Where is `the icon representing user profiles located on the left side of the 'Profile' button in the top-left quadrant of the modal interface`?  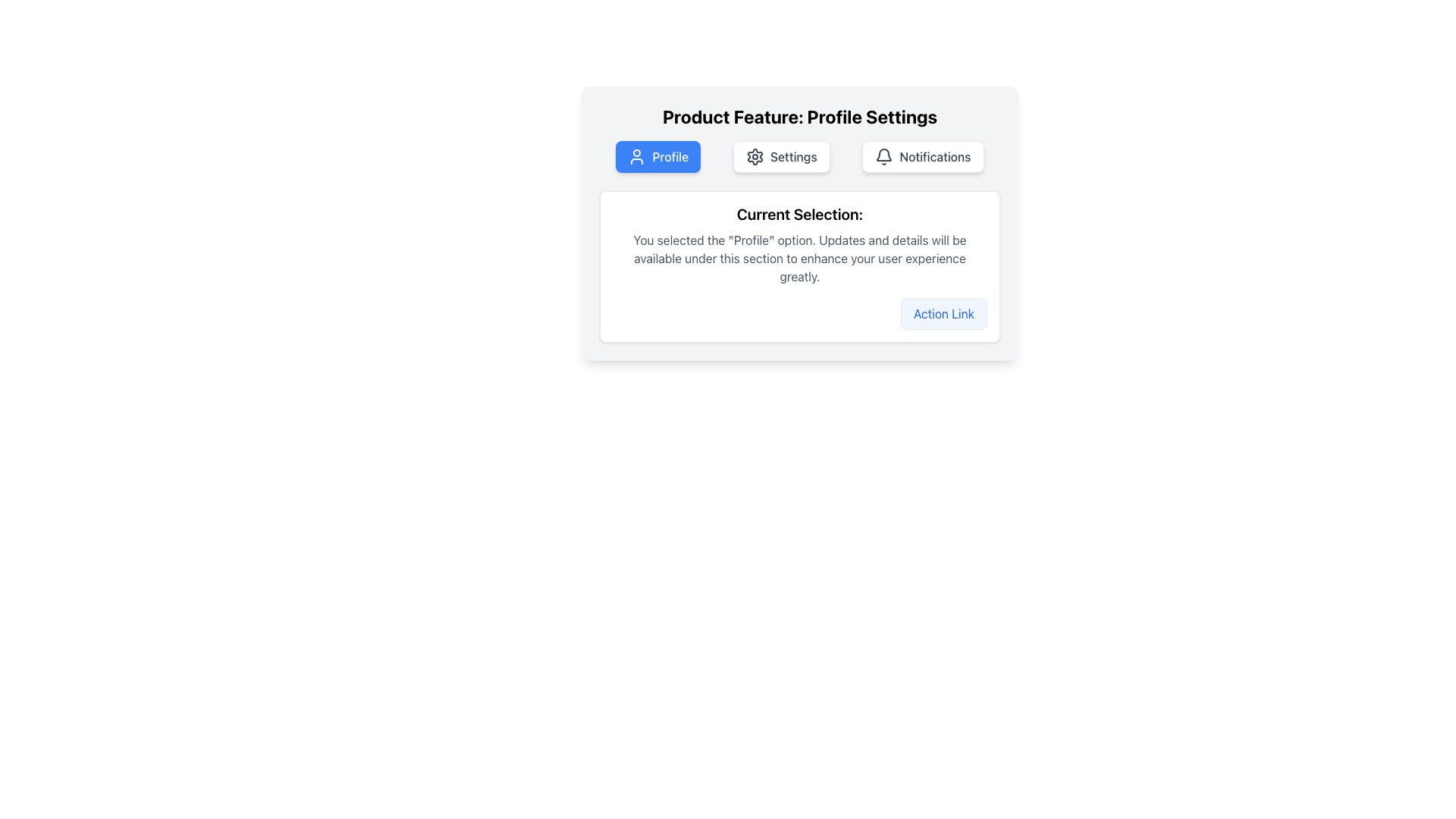
the icon representing user profiles located on the left side of the 'Profile' button in the top-left quadrant of the modal interface is located at coordinates (637, 157).